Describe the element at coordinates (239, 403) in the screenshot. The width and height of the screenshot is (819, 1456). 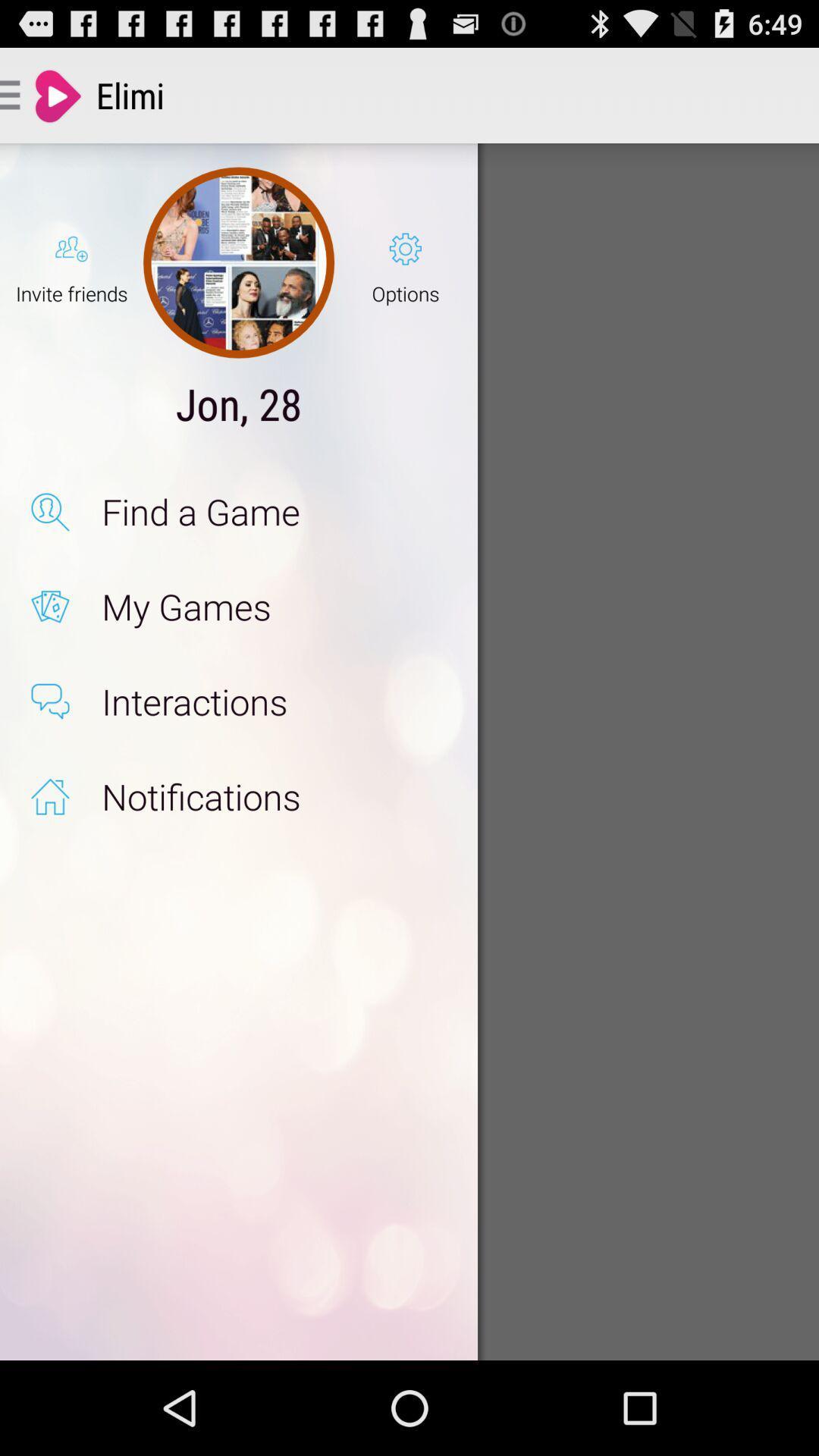
I see `the app above find a game item` at that location.